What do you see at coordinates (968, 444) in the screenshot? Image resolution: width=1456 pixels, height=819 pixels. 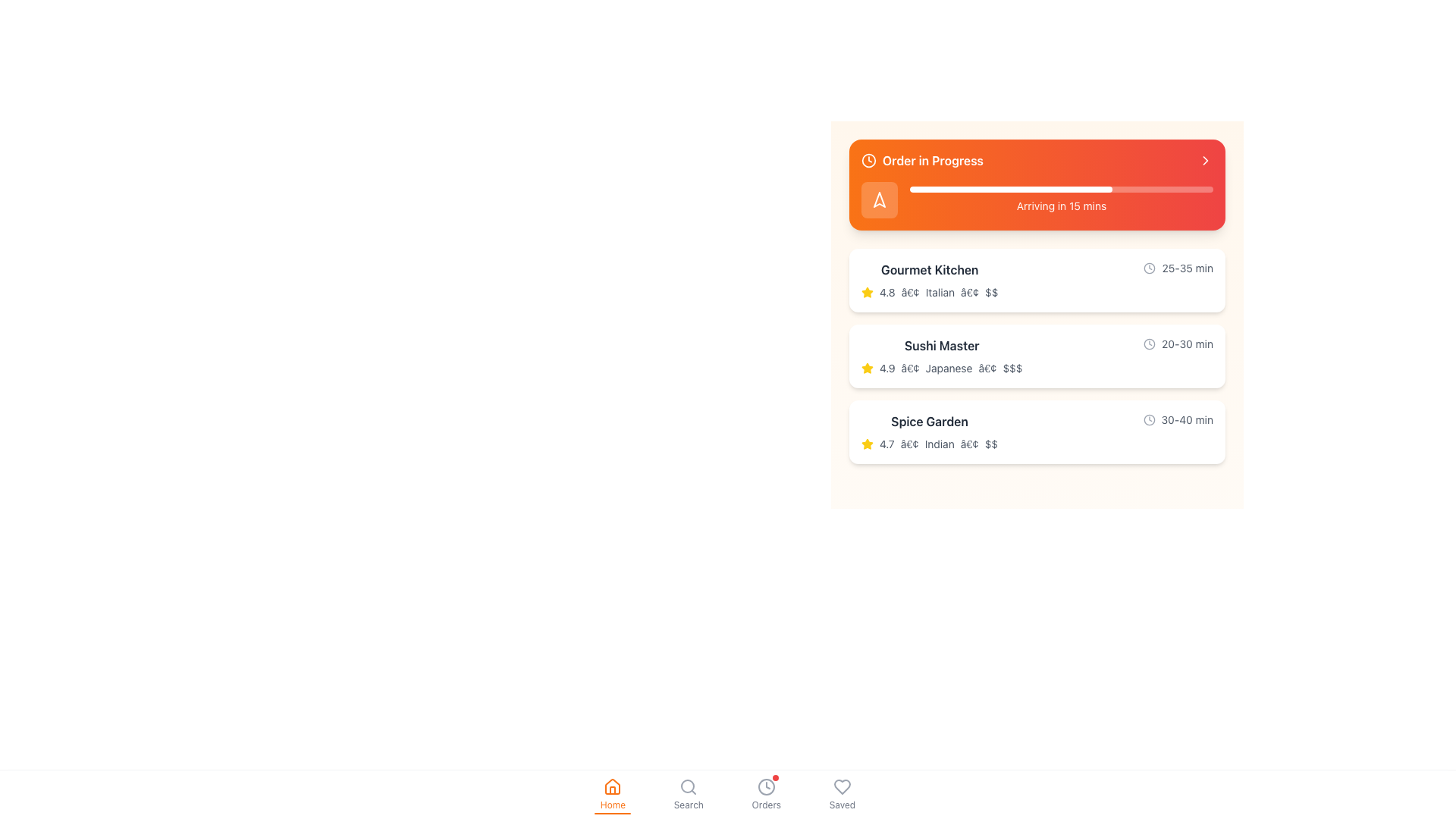 I see `the text or glyph separator that visually separates the information between 'Indian' and '$$' in the details of the restaurant 'Spice Garden', which is the third bullet point in the sequence` at bounding box center [968, 444].